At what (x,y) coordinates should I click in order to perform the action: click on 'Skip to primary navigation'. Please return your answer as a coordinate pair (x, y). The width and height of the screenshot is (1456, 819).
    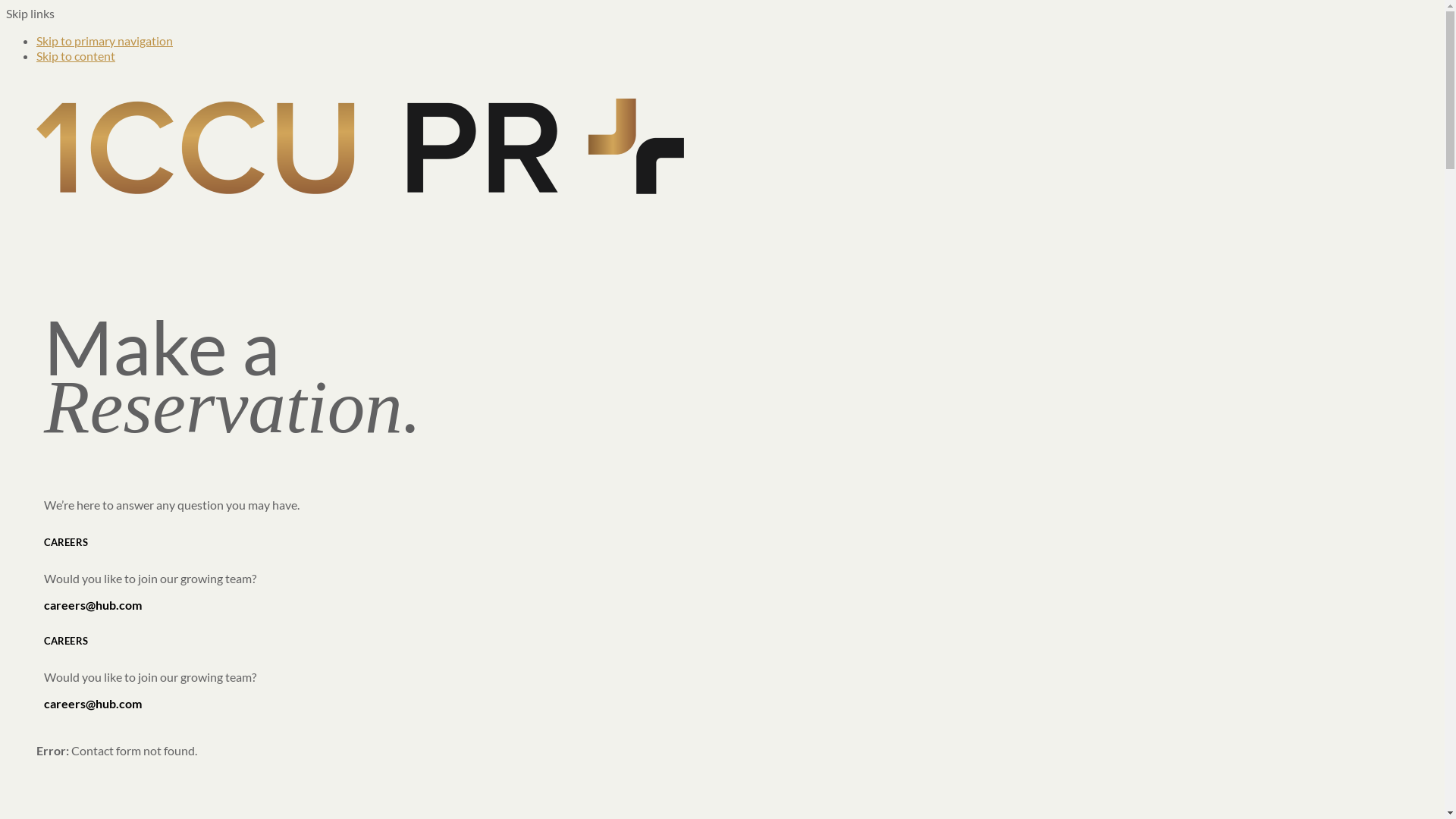
    Looking at the image, I should click on (104, 39).